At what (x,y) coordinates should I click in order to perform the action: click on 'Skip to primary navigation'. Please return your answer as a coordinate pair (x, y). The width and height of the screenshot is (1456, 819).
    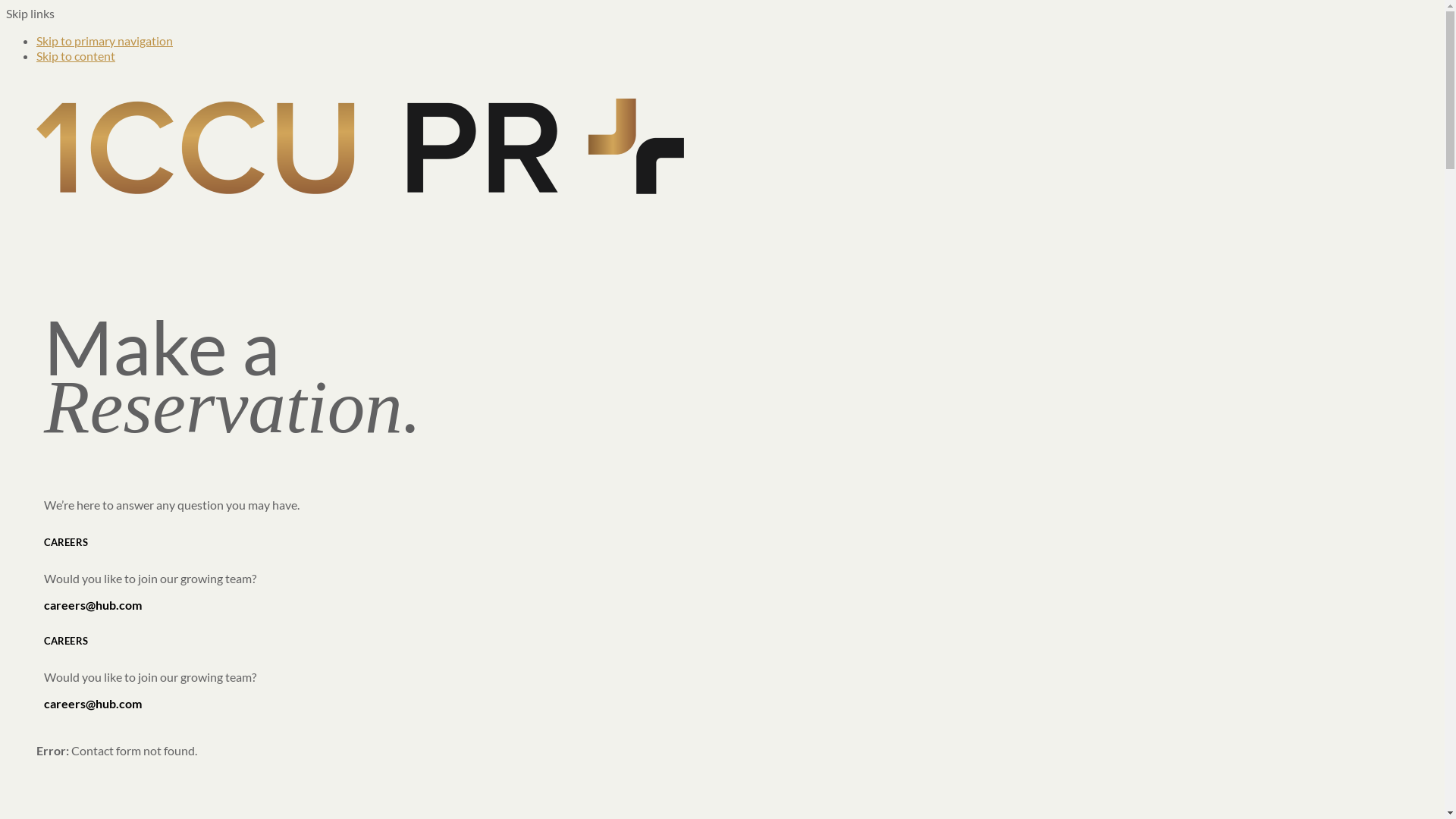
    Looking at the image, I should click on (104, 39).